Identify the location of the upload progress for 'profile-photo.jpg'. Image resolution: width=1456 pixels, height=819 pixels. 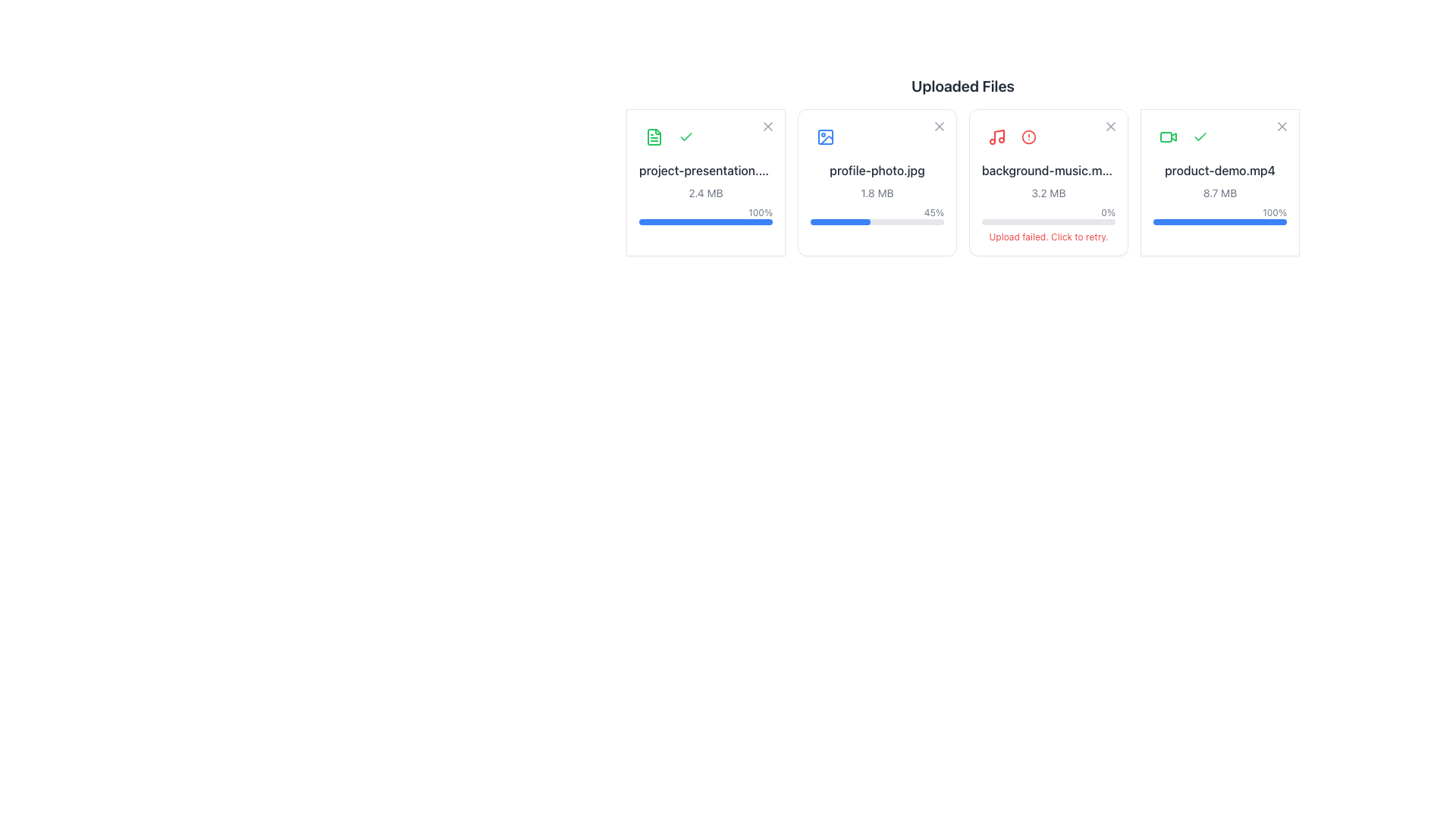
(860, 222).